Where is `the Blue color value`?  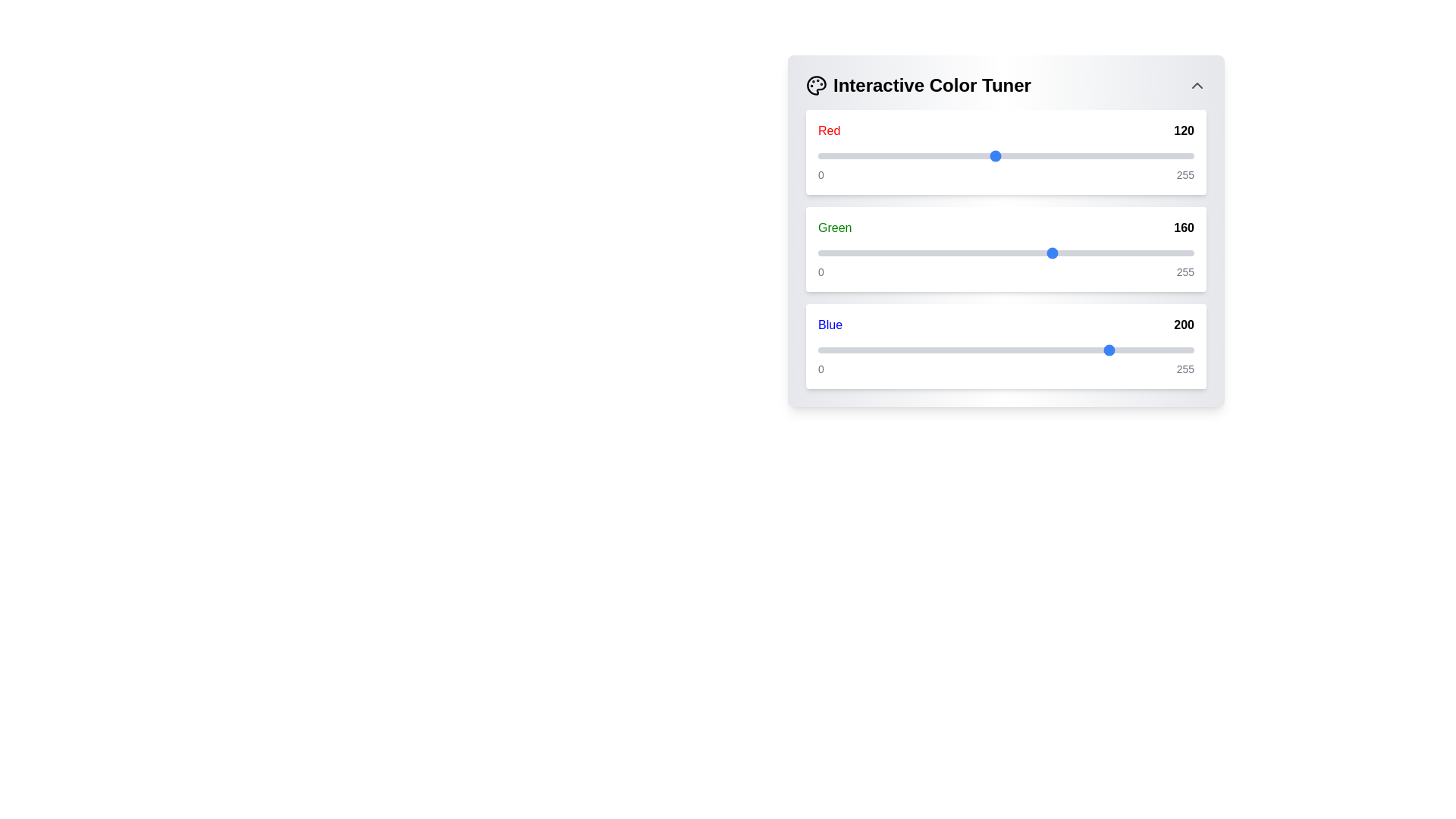
the Blue color value is located at coordinates (1181, 350).